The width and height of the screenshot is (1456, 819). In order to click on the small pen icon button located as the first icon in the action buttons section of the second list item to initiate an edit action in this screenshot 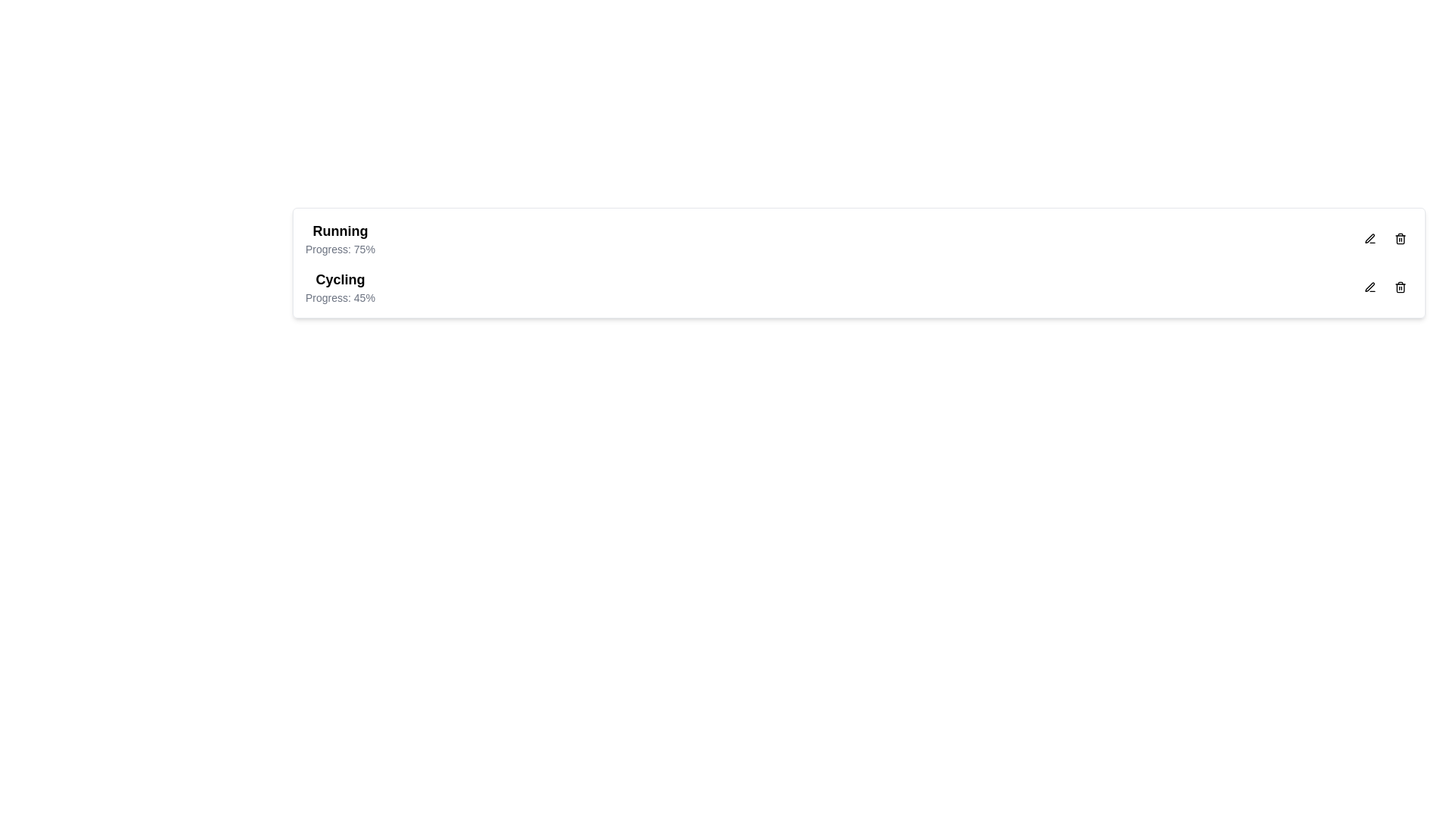, I will do `click(1370, 287)`.